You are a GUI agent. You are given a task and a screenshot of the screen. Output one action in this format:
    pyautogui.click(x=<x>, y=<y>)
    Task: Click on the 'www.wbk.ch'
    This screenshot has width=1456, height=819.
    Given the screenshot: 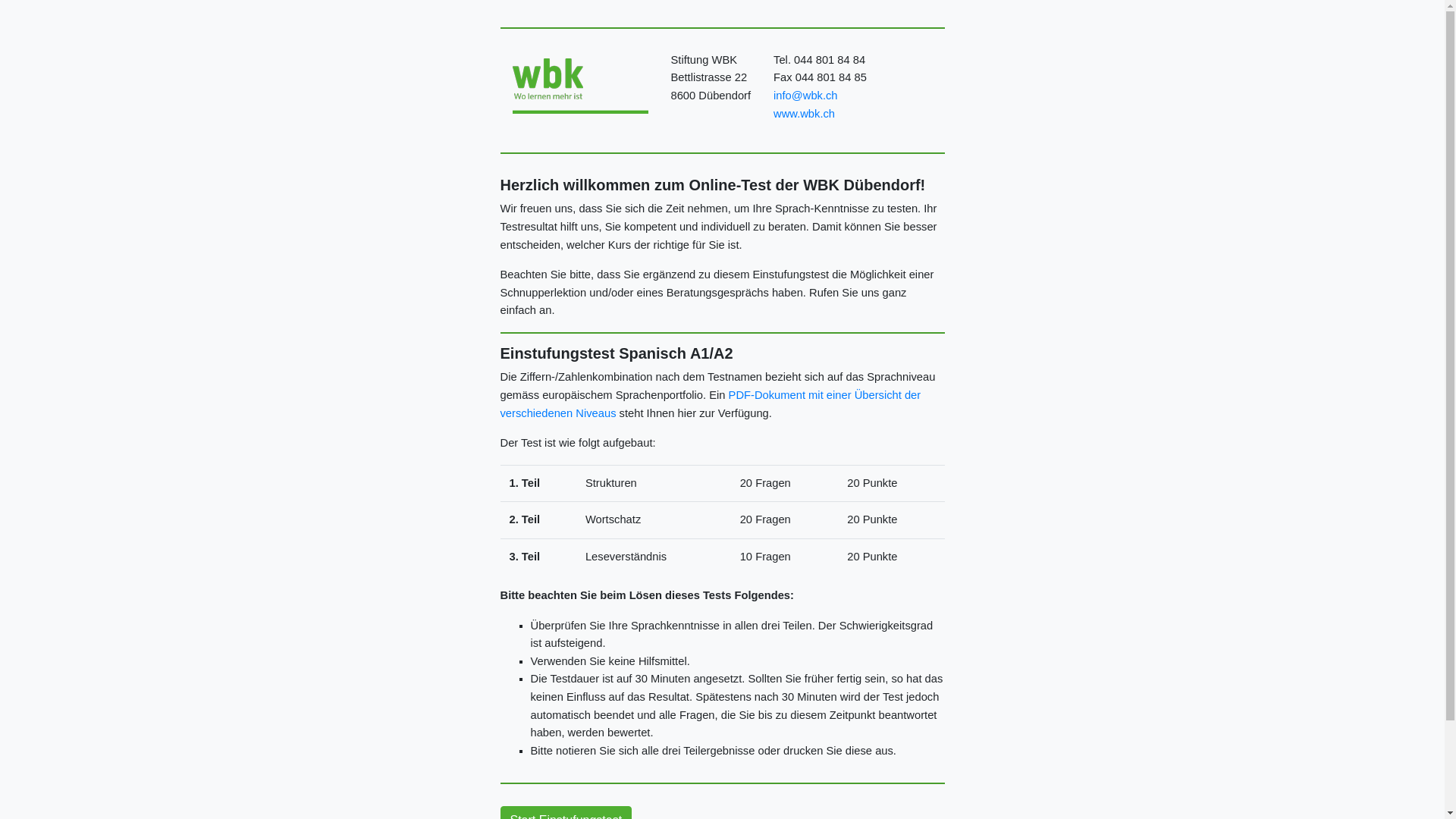 What is the action you would take?
    pyautogui.click(x=803, y=113)
    